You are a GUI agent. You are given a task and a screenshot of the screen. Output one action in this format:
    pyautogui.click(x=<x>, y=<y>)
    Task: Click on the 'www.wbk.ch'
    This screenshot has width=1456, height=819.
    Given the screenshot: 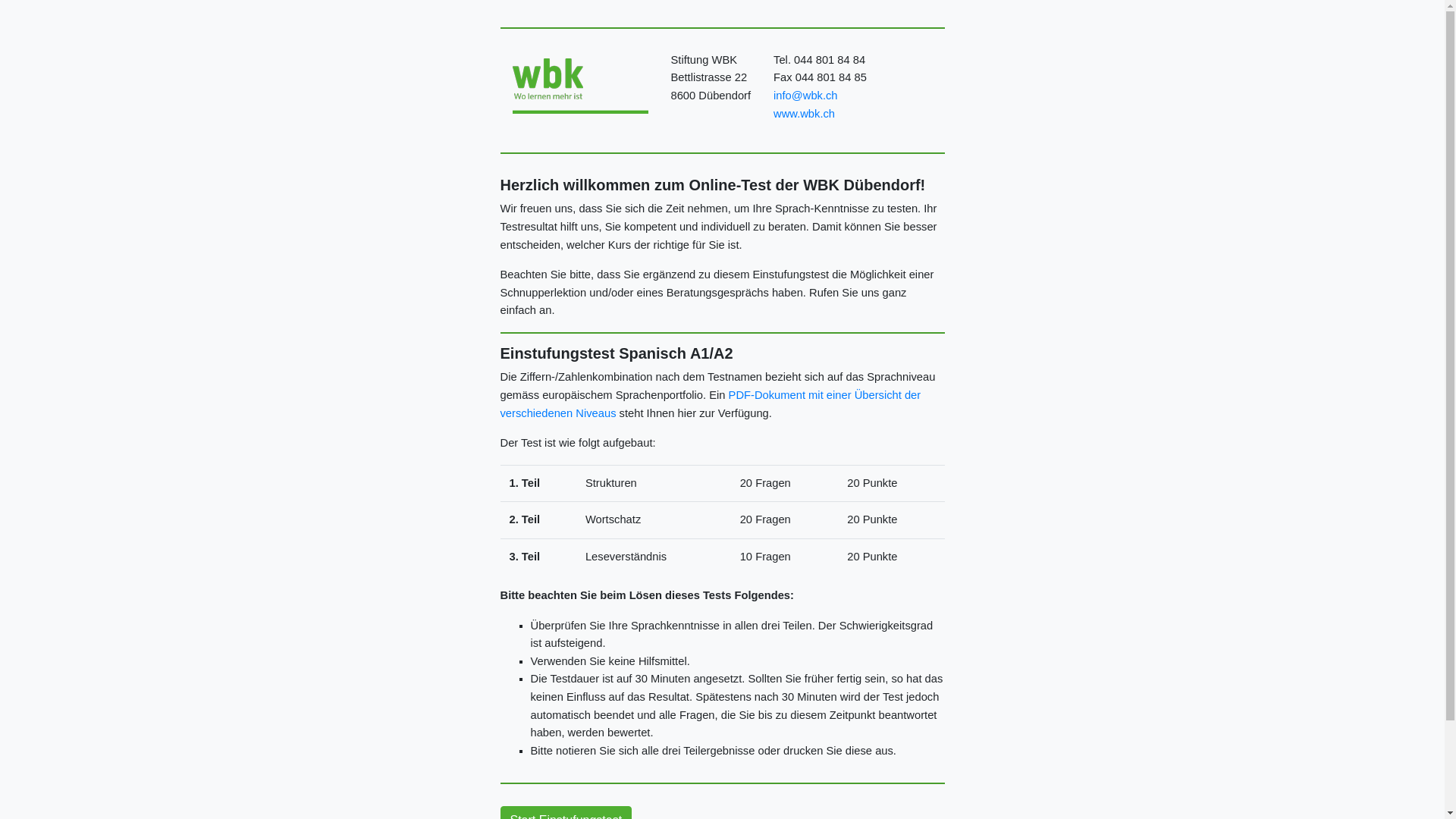 What is the action you would take?
    pyautogui.click(x=803, y=113)
    